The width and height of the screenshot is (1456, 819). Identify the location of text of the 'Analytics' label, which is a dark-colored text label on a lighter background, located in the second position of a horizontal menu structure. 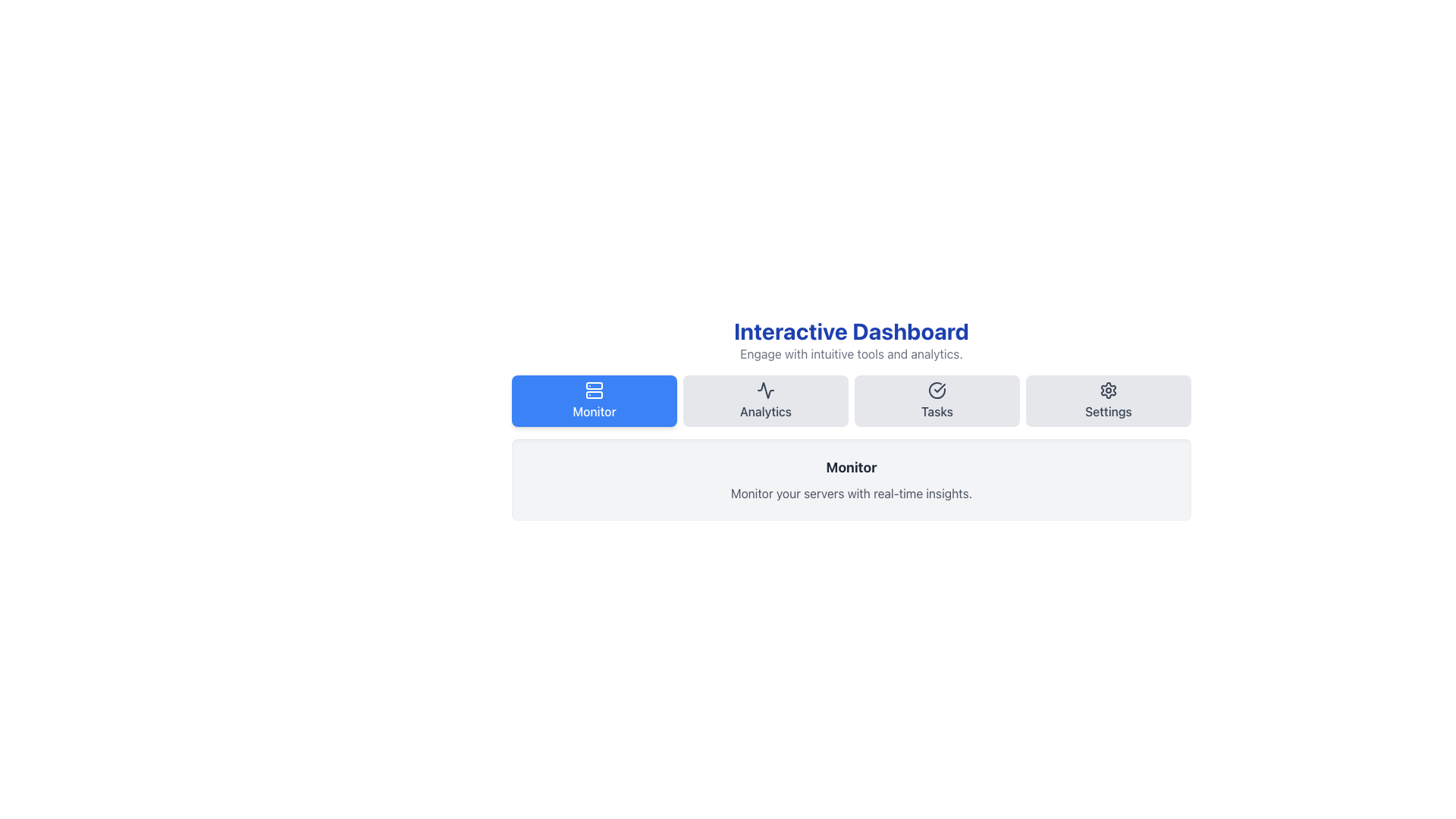
(765, 412).